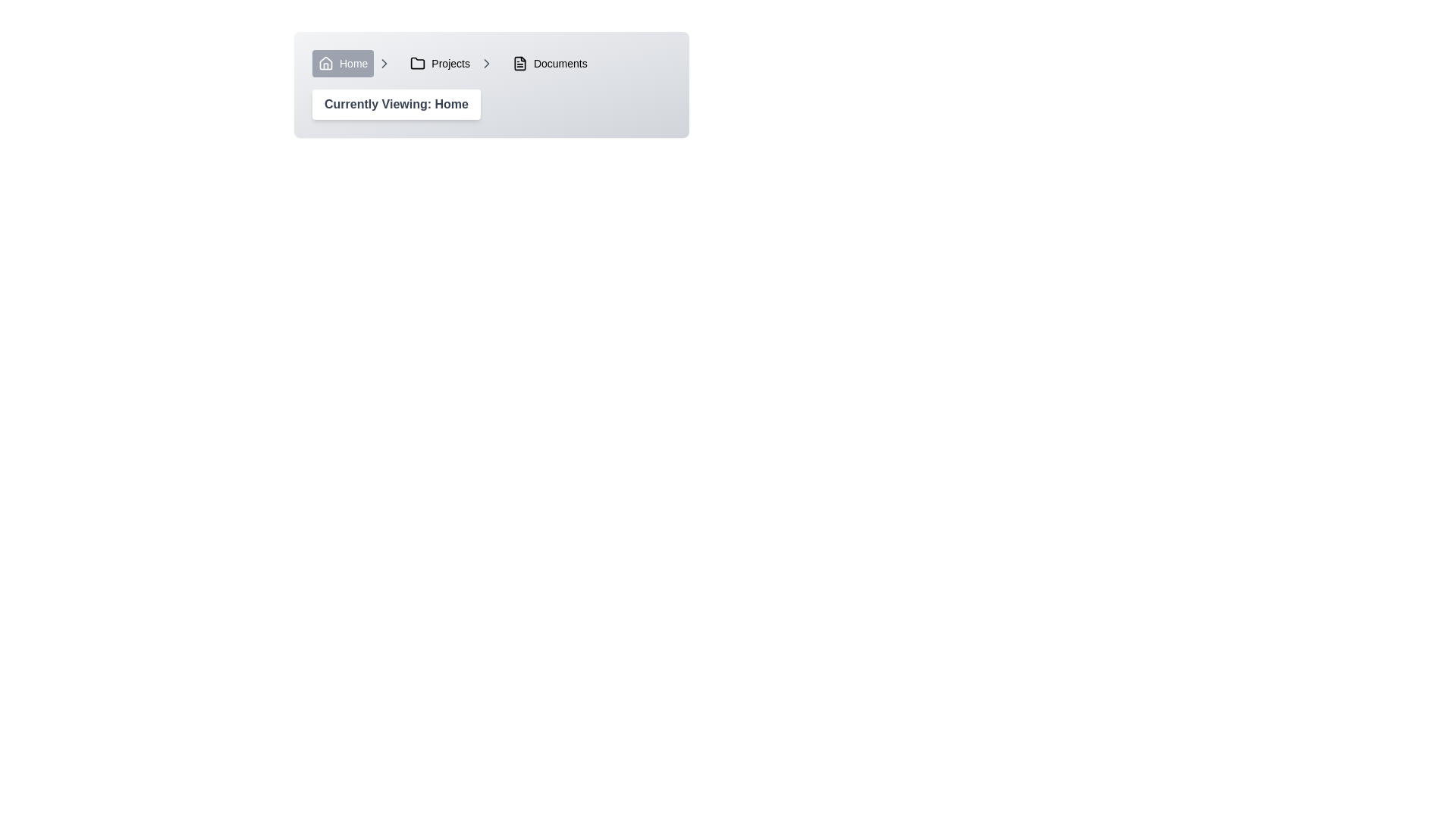  What do you see at coordinates (325, 63) in the screenshot?
I see `the navigation icon resembling a stylized house, located to the left of the 'Home' text` at bounding box center [325, 63].